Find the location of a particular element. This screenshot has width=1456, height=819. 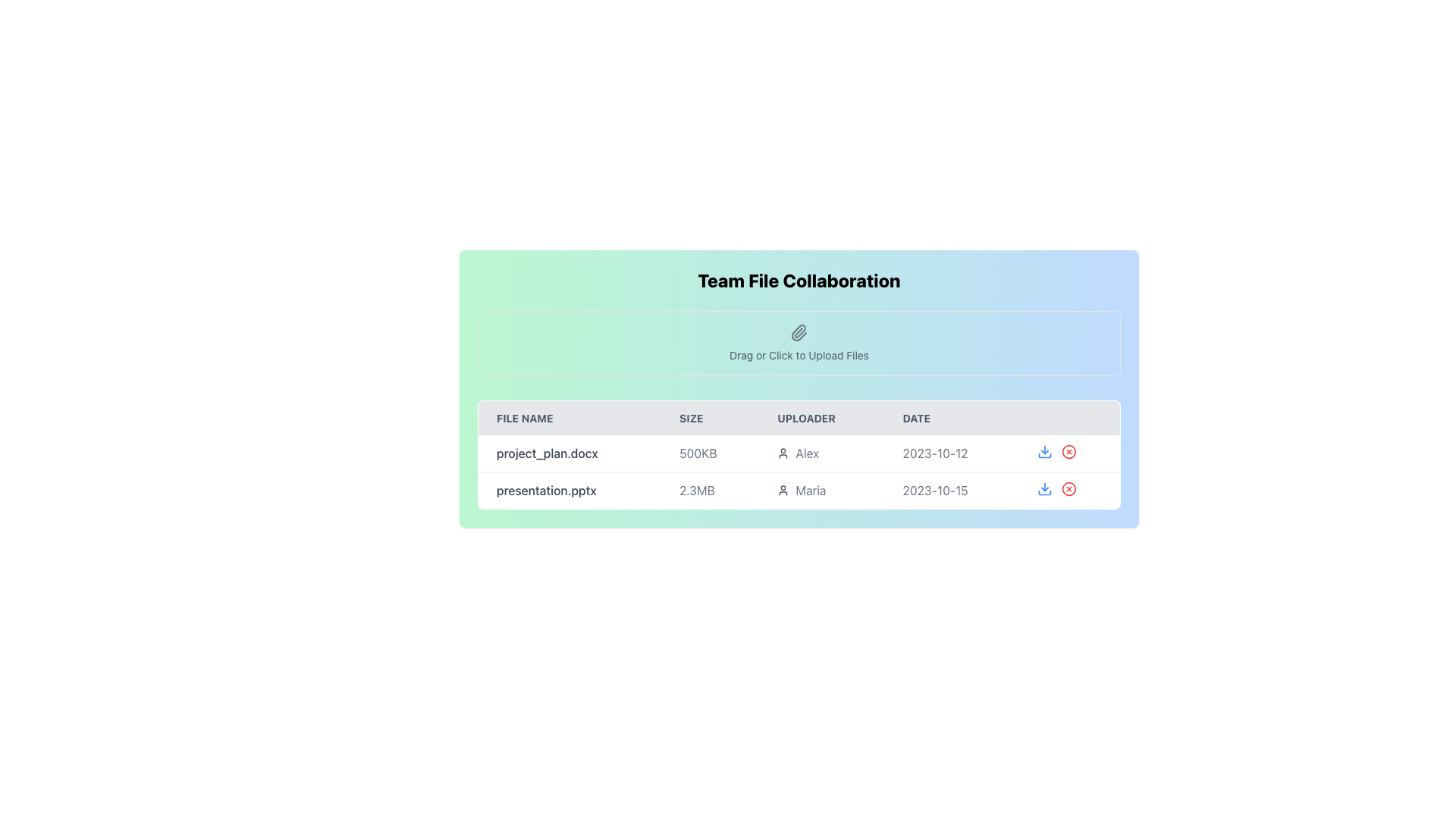

the table header row containing the labels 'FILE NAME', 'SIZE', 'UPLOADER', and 'DATE', which is styled with uppercase text and a gray background is located at coordinates (799, 418).